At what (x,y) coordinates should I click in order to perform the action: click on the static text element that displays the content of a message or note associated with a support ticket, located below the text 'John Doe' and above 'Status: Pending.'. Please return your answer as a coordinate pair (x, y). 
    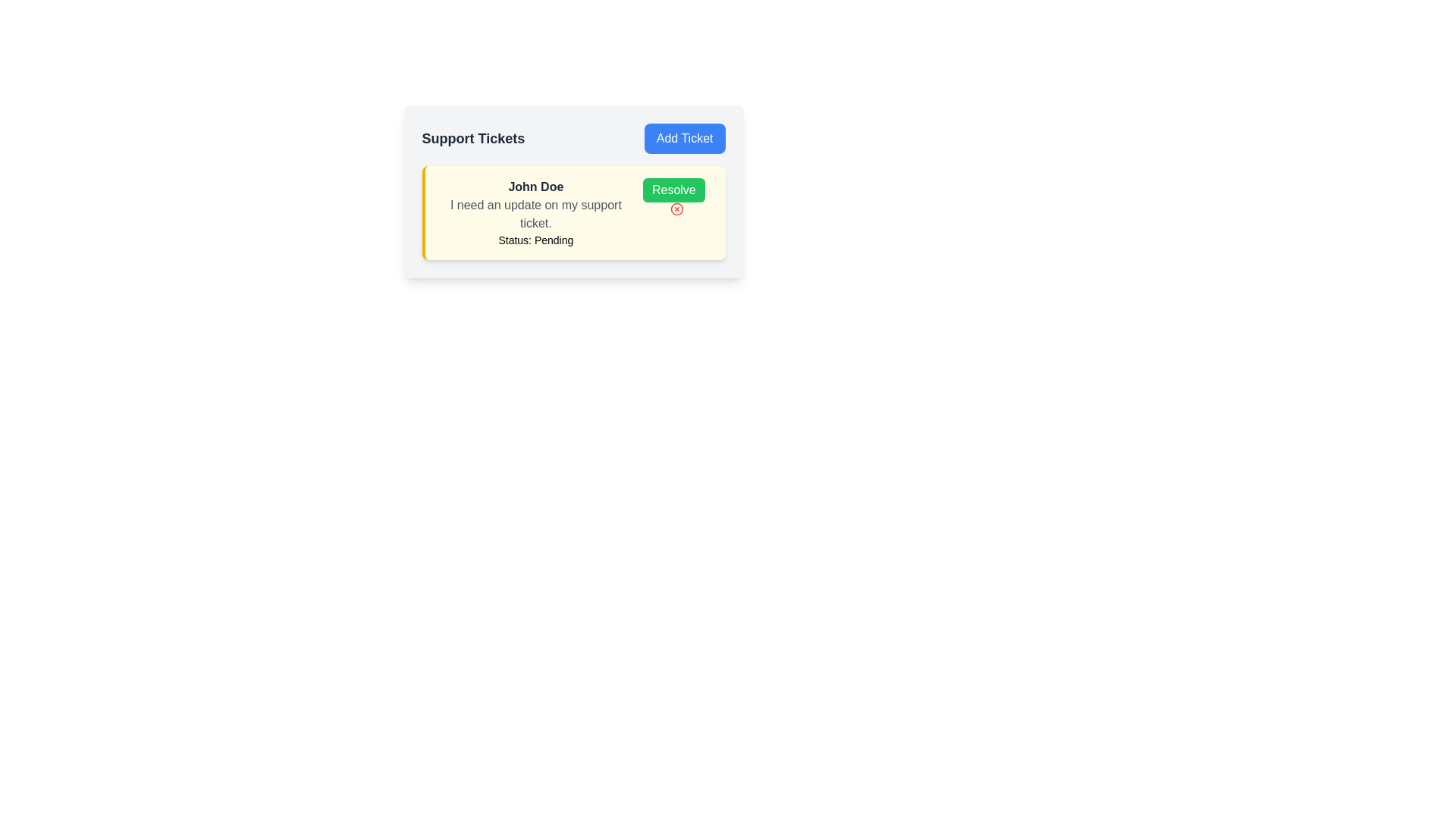
    Looking at the image, I should click on (535, 214).